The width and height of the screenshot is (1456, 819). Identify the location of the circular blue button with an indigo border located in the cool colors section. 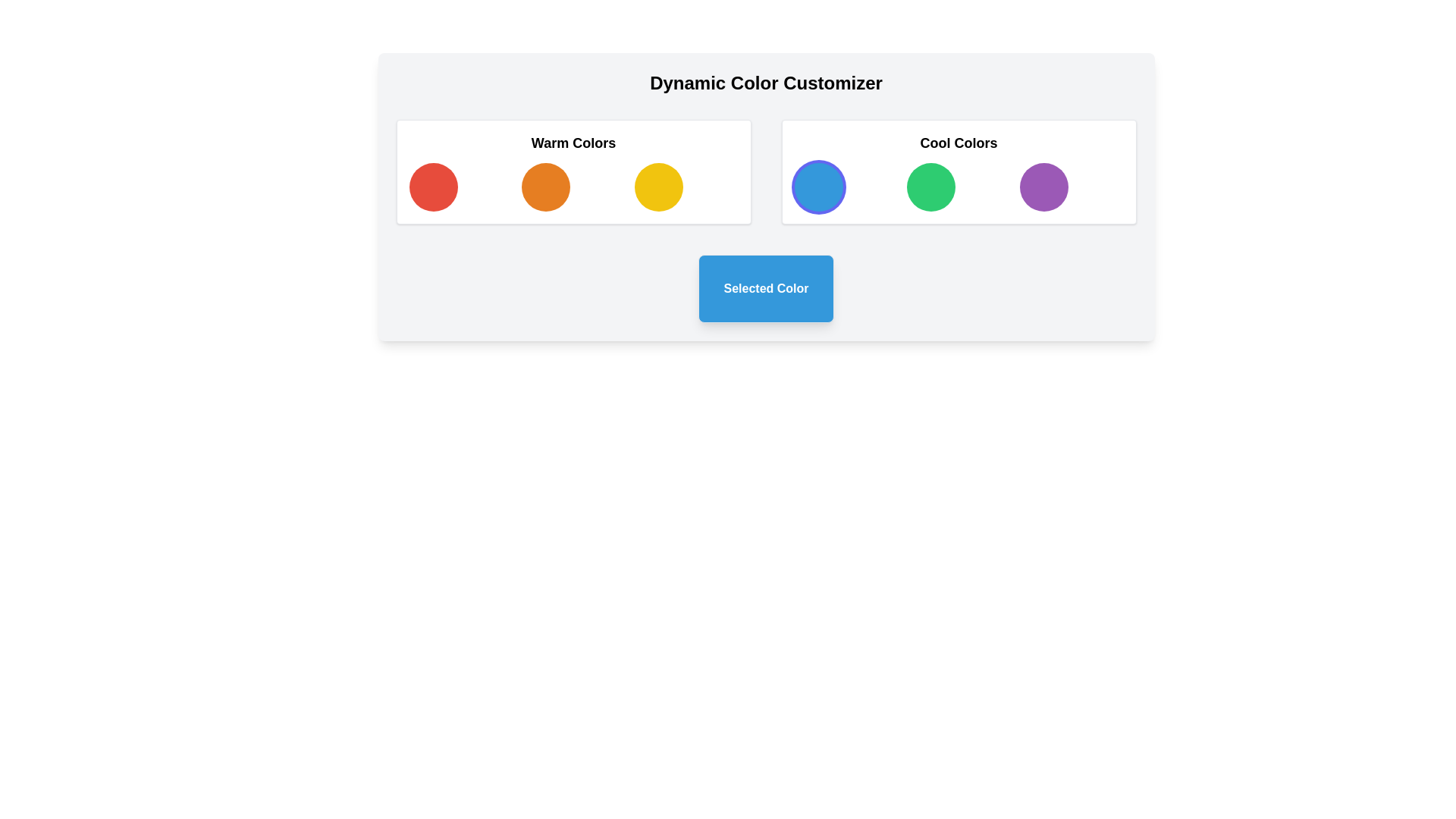
(817, 186).